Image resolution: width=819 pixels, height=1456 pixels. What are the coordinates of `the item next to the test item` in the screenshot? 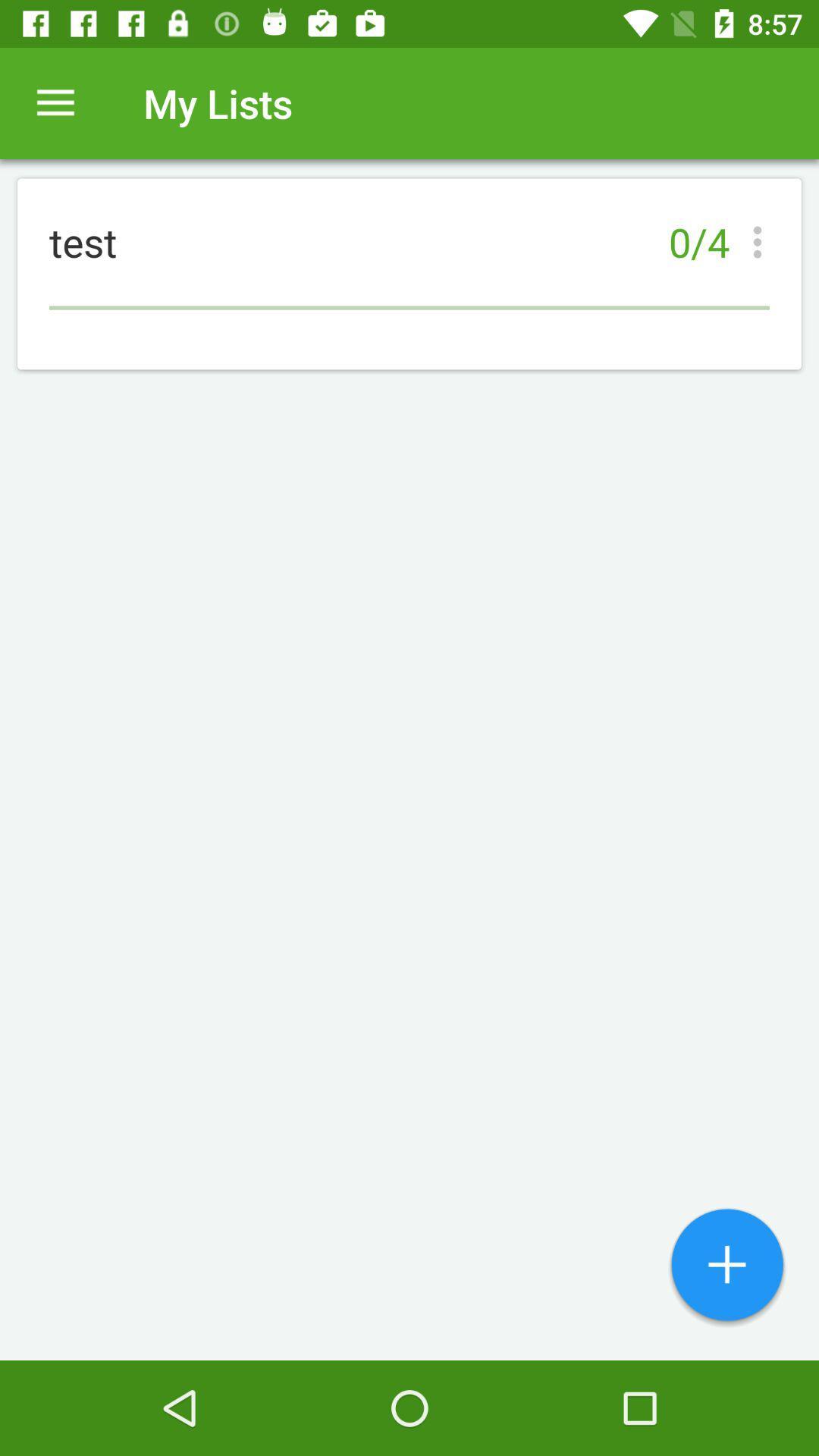 It's located at (761, 241).